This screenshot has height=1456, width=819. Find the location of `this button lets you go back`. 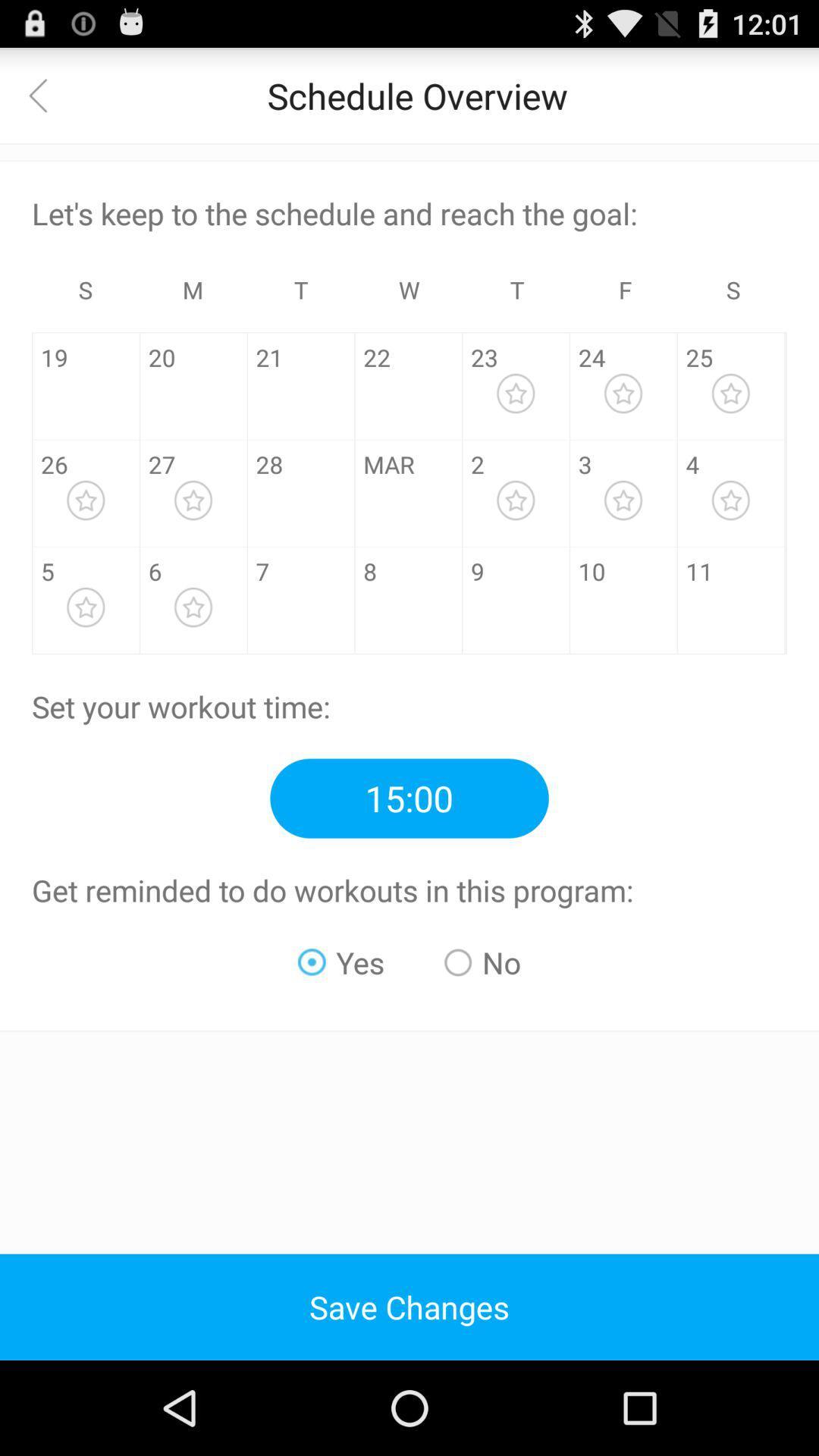

this button lets you go back is located at coordinates (46, 94).